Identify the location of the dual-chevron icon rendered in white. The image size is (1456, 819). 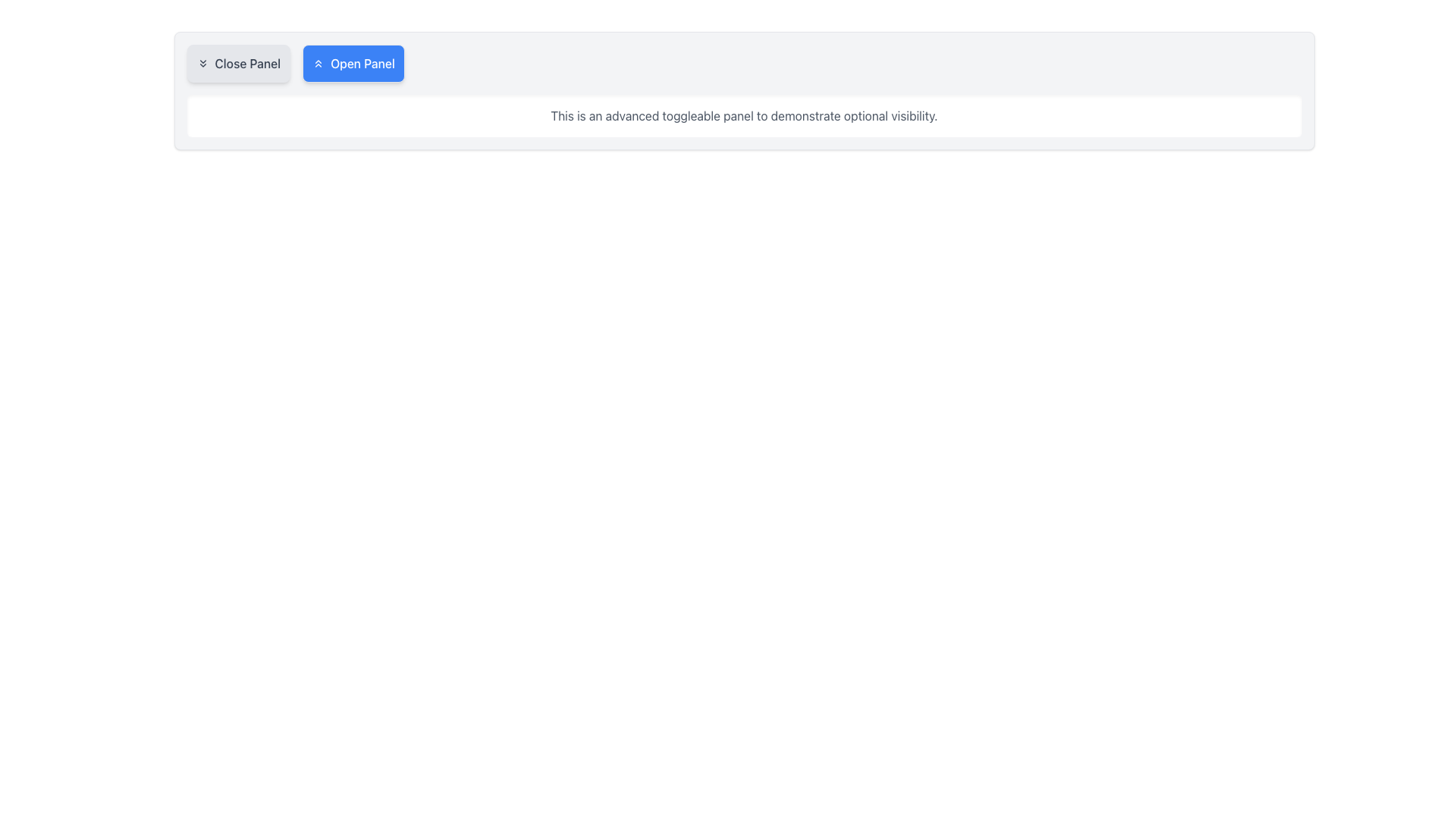
(318, 63).